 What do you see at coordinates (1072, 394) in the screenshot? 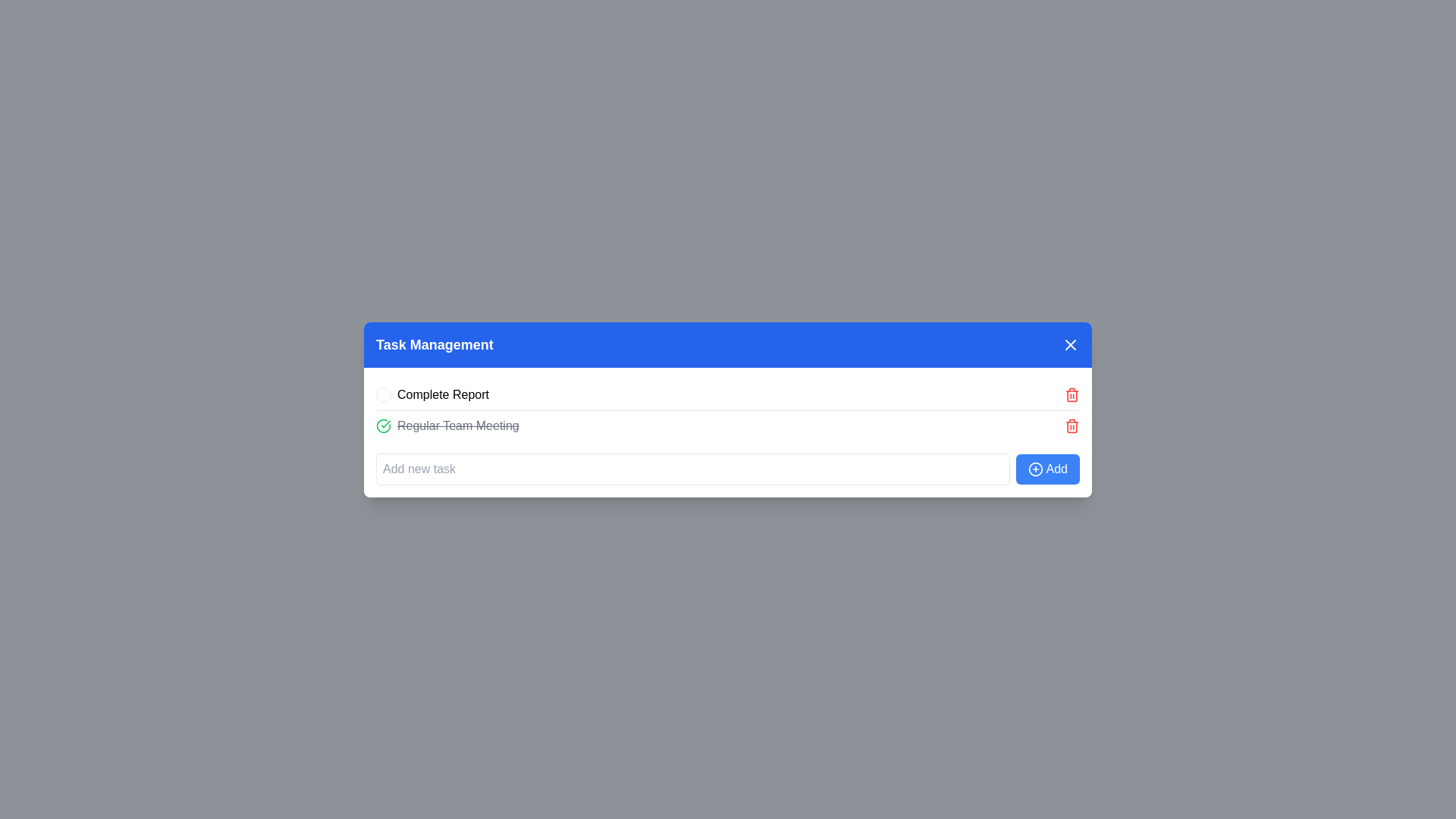
I see `the delete button located at the far right of the row labeled 'Complete Report'` at bounding box center [1072, 394].